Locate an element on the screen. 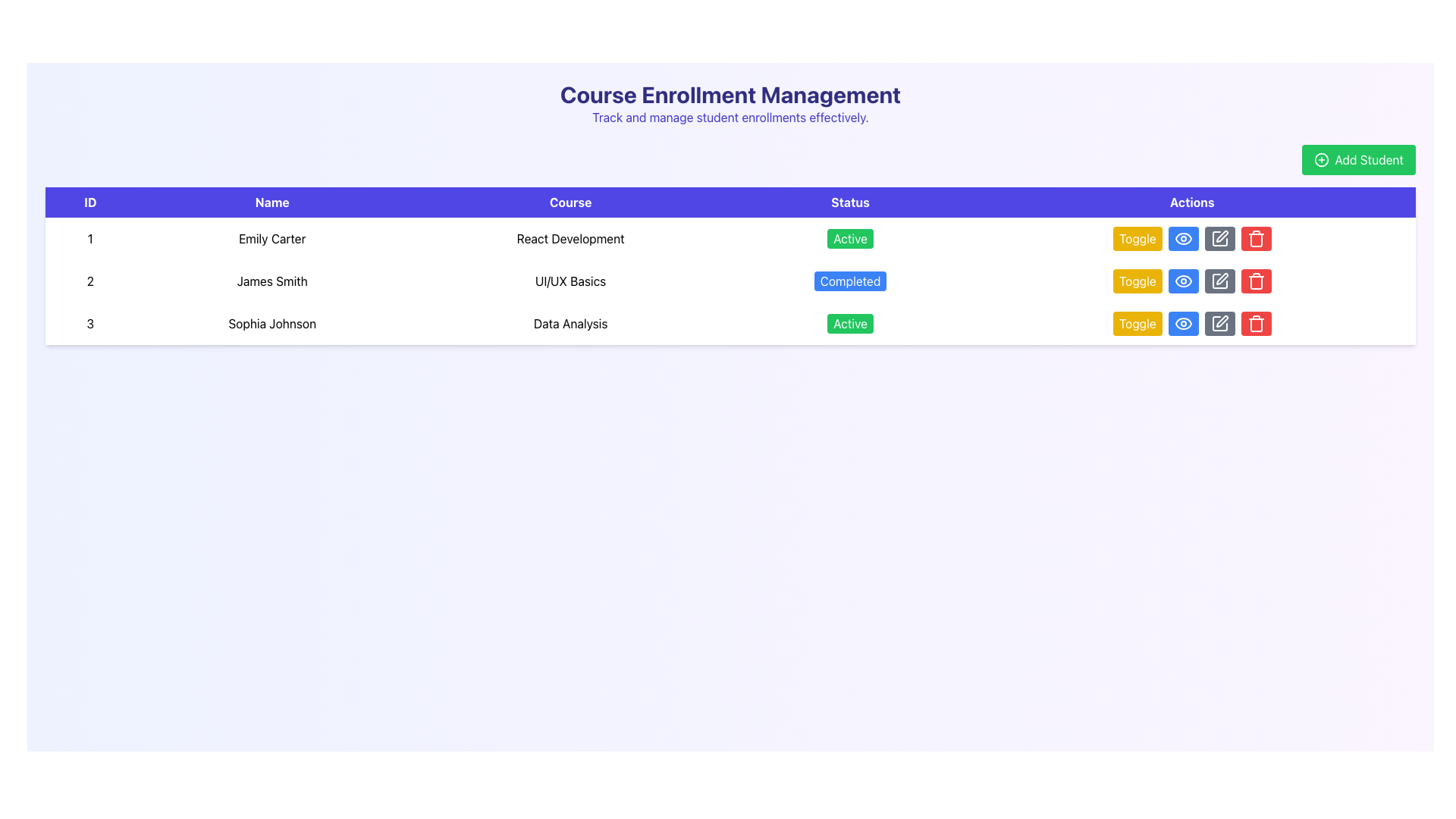  the edit button for 'Sophia Johnson' in the Actions column, which features a pen and square icon is located at coordinates (1219, 323).